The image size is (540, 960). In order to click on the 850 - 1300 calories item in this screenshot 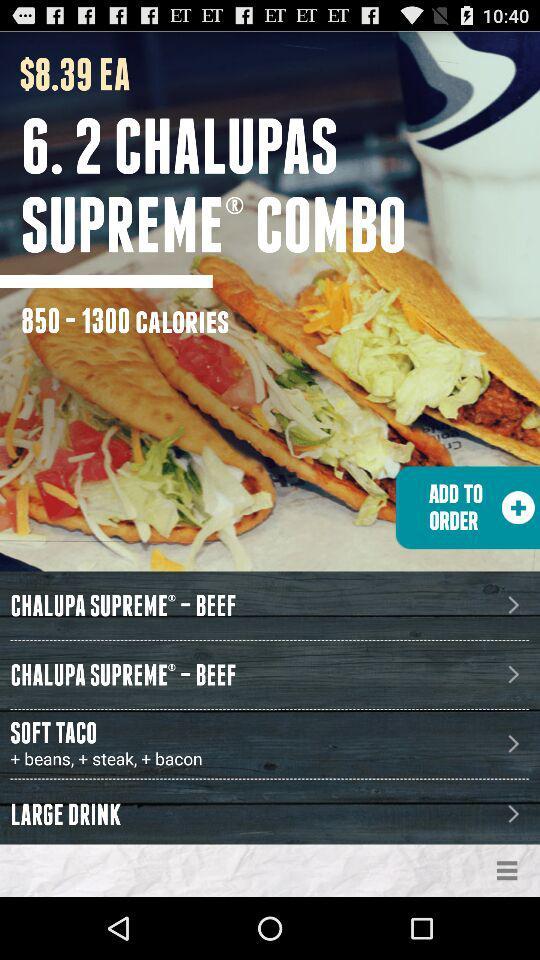, I will do `click(125, 320)`.